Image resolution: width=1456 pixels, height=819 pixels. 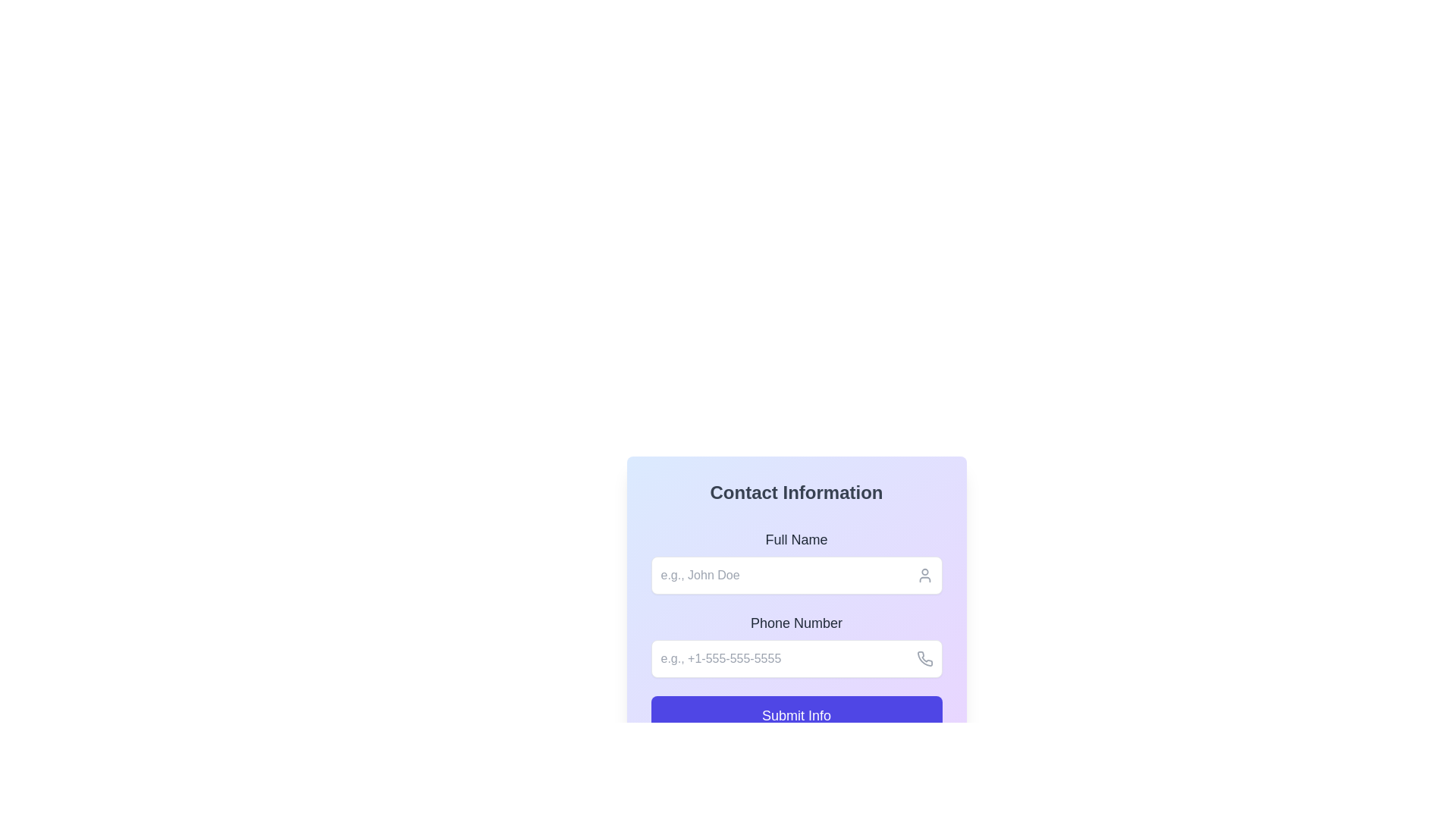 I want to click on the 'Phone Number' label, which is a dark gray text label positioned above the phone number input field, so click(x=795, y=623).